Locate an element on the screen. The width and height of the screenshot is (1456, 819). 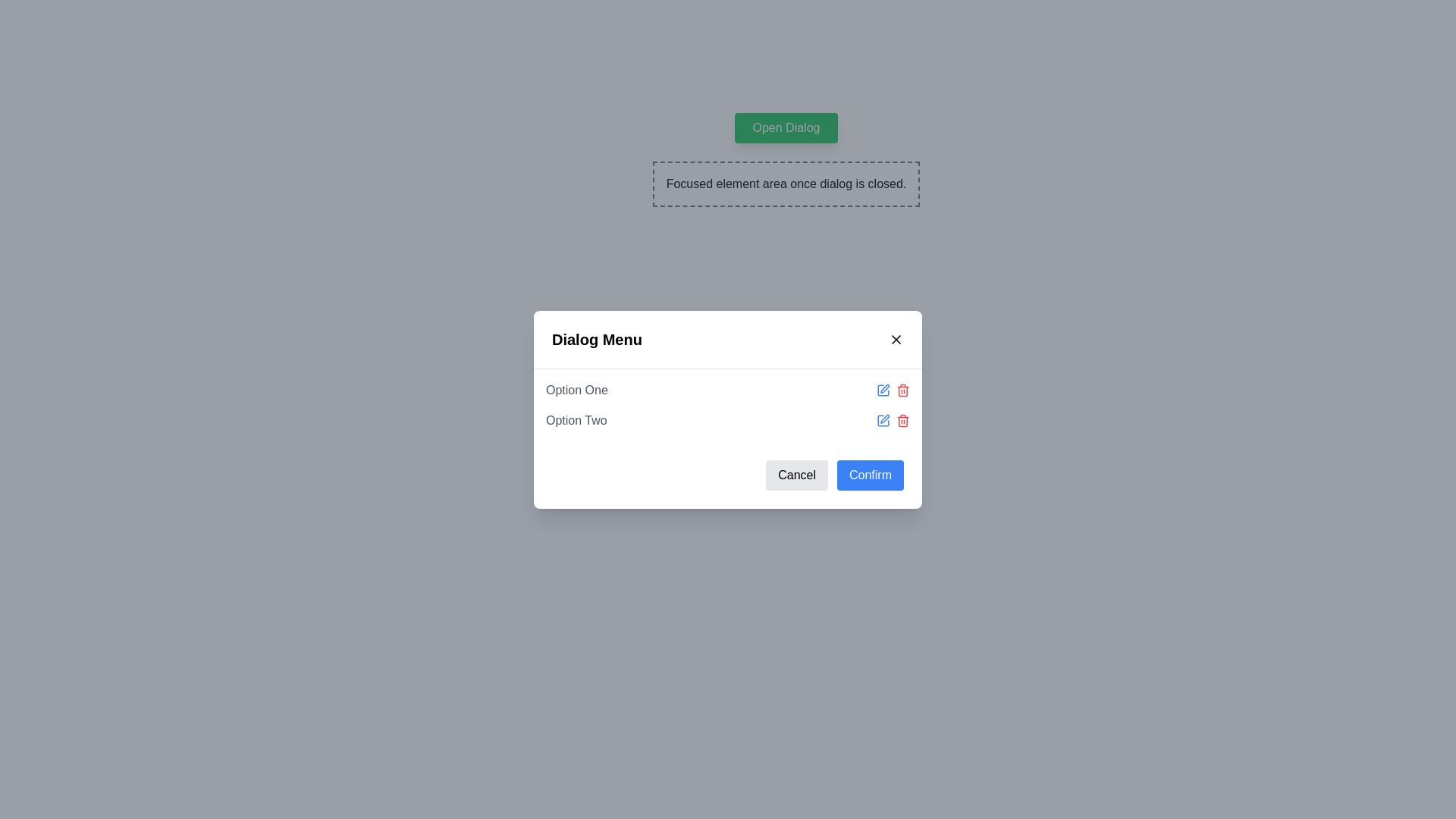
the dialog box header element titled 'Dialog Menu' to emphasize the title is located at coordinates (728, 338).